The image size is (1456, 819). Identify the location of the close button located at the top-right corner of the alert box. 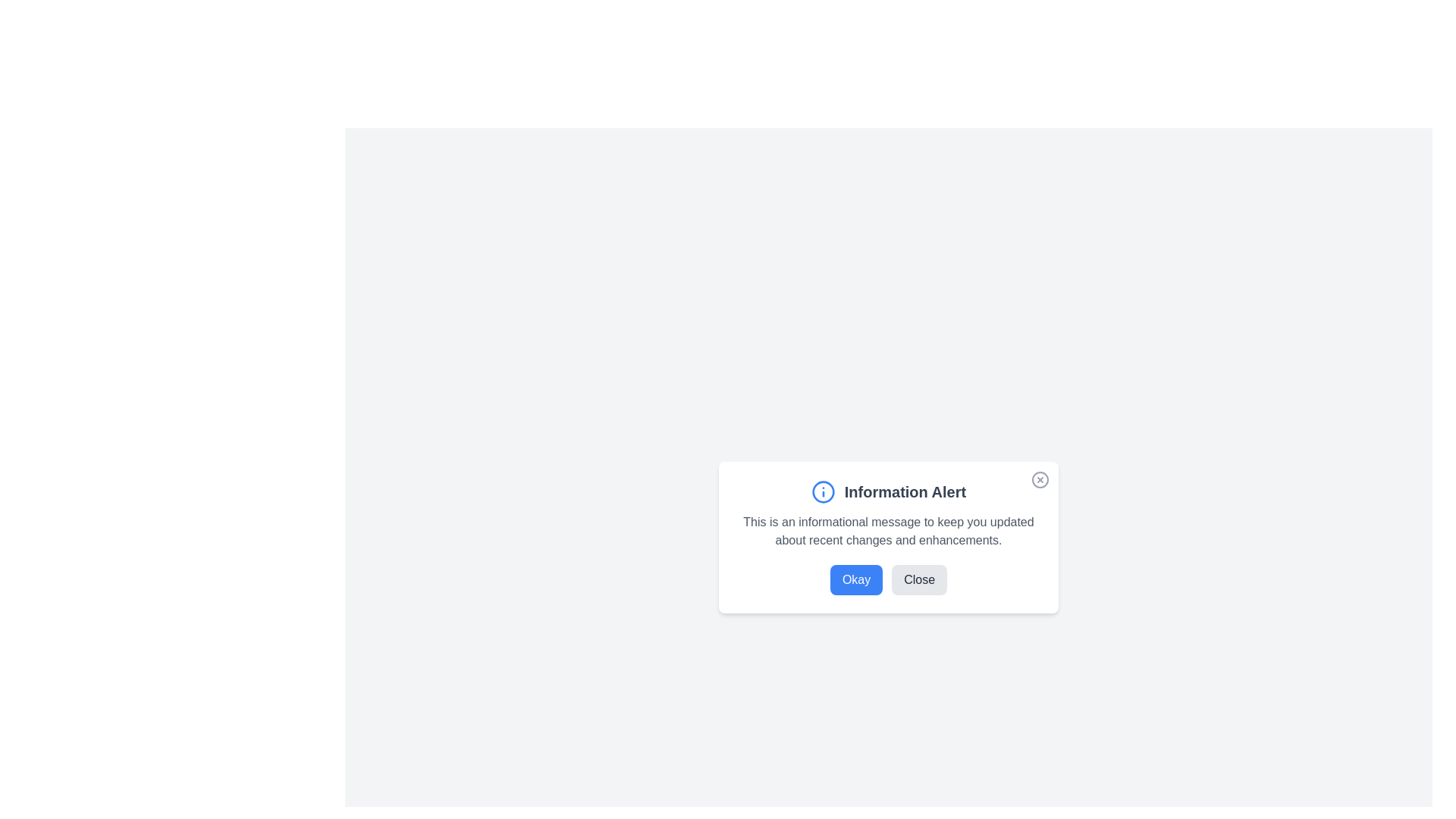
(1040, 479).